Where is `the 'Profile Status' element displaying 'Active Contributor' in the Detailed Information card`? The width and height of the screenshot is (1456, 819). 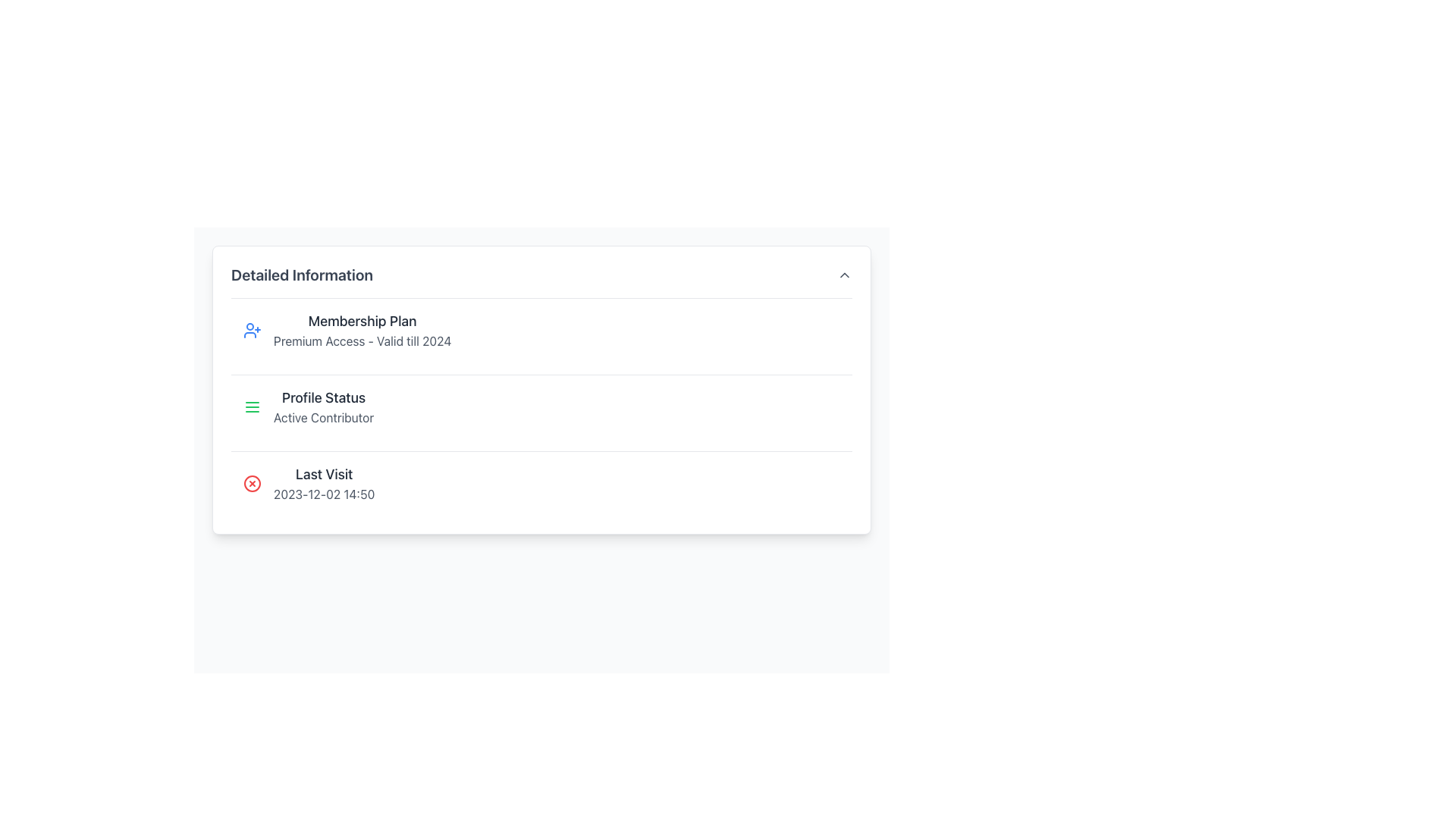
the 'Profile Status' element displaying 'Active Contributor' in the Detailed Information card is located at coordinates (541, 406).